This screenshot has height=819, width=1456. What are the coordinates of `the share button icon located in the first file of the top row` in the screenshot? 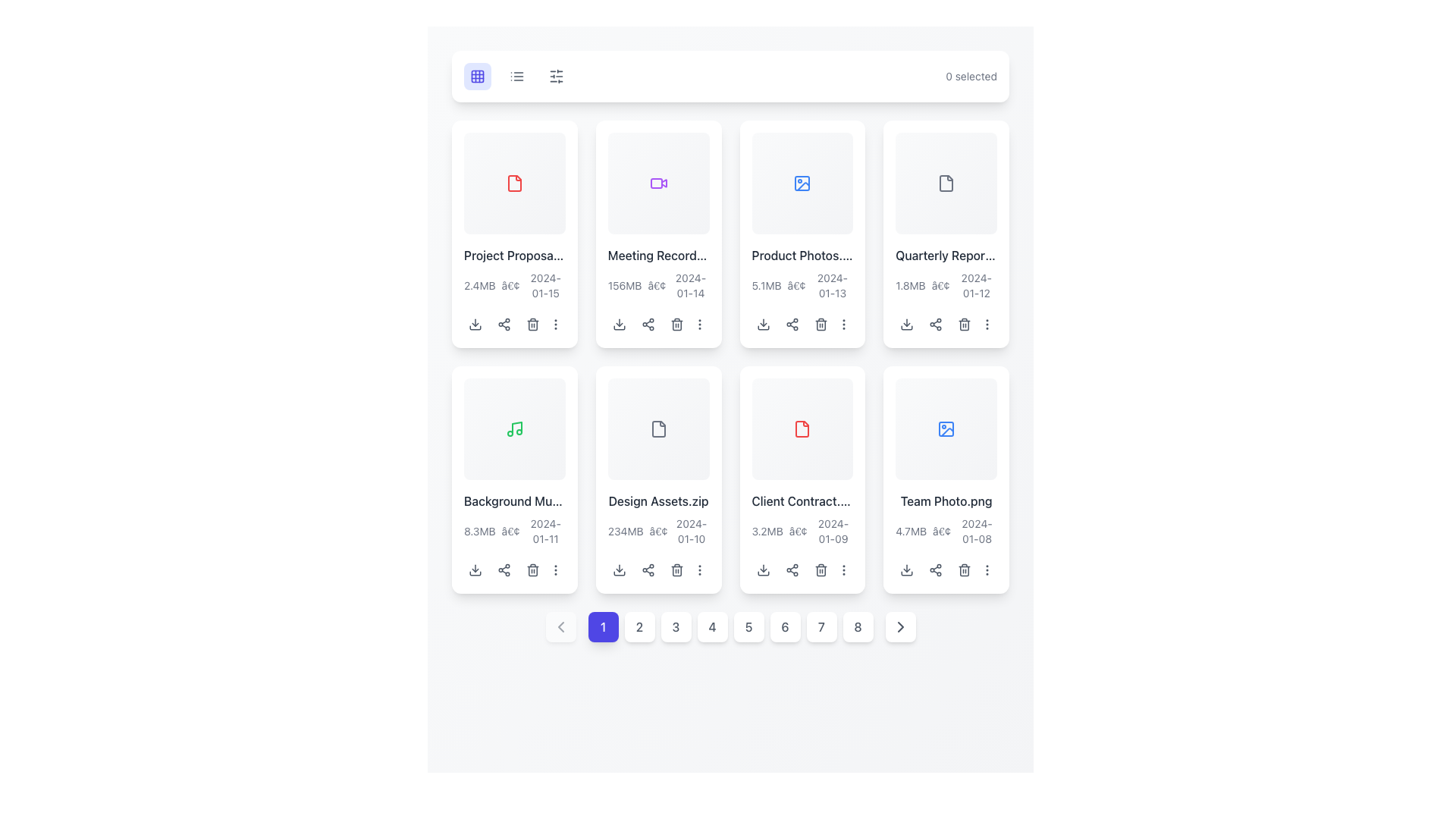 It's located at (504, 323).